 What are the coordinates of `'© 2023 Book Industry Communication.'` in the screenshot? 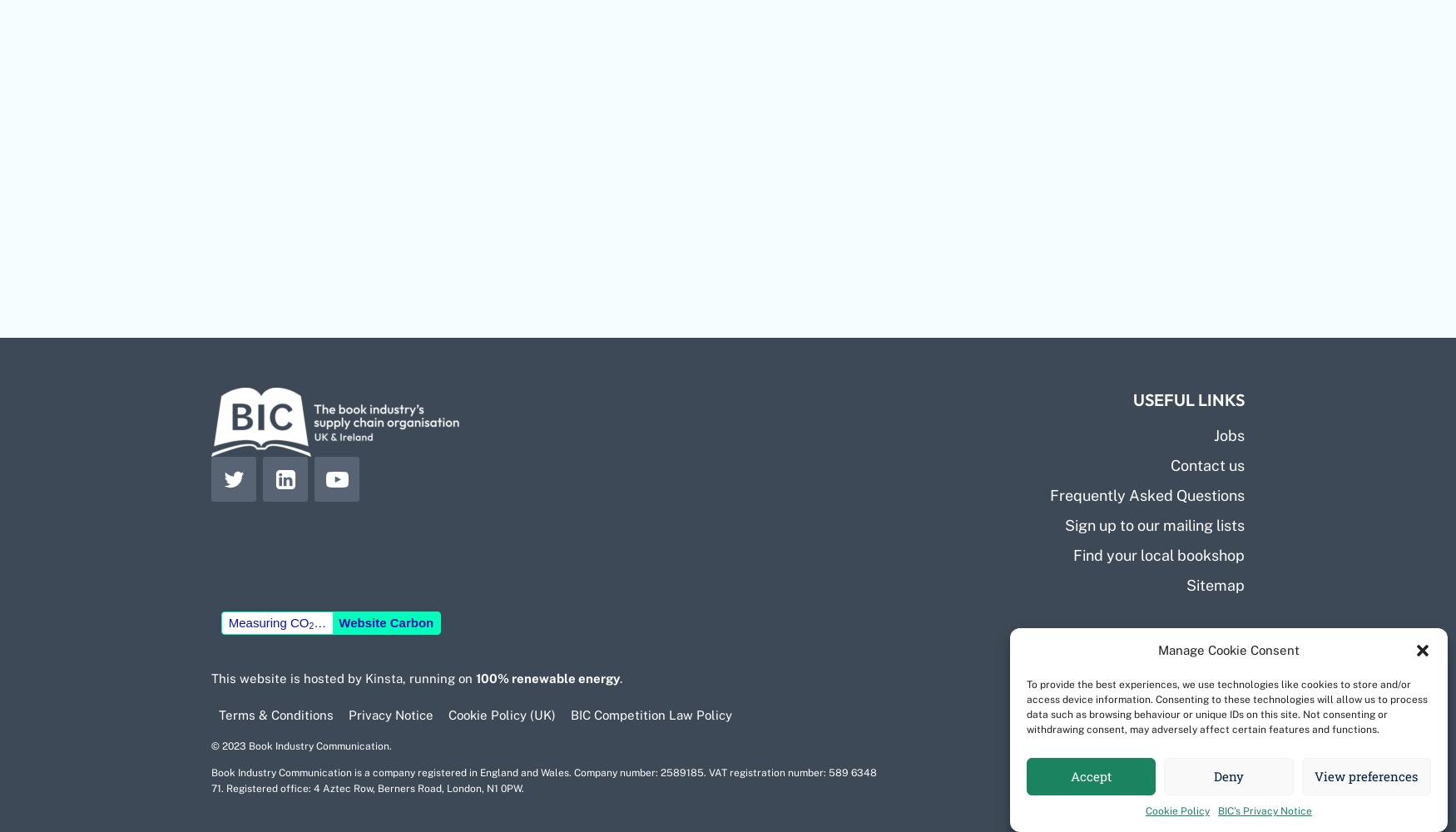 It's located at (301, 746).